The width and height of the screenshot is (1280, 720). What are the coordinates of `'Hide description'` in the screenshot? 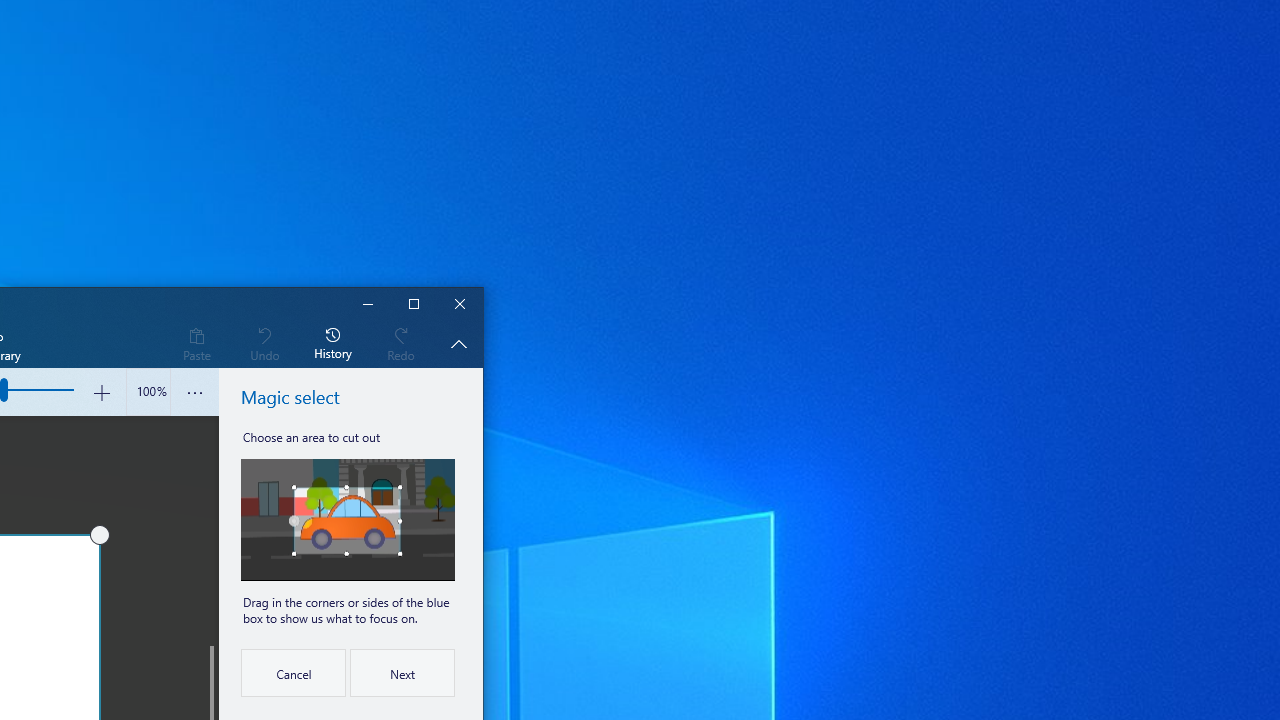 It's located at (457, 342).